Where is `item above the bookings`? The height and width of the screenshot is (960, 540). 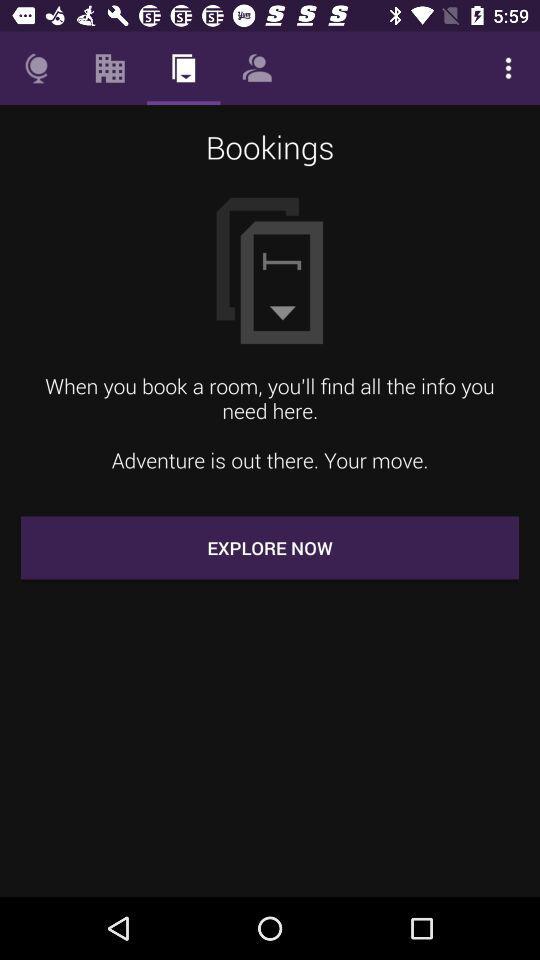 item above the bookings is located at coordinates (110, 68).